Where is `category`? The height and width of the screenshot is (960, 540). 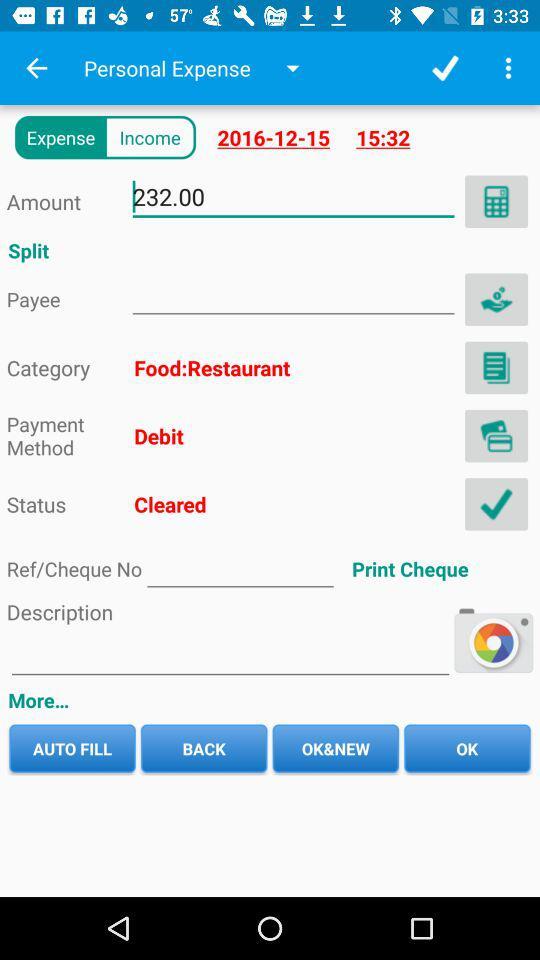 category is located at coordinates (495, 366).